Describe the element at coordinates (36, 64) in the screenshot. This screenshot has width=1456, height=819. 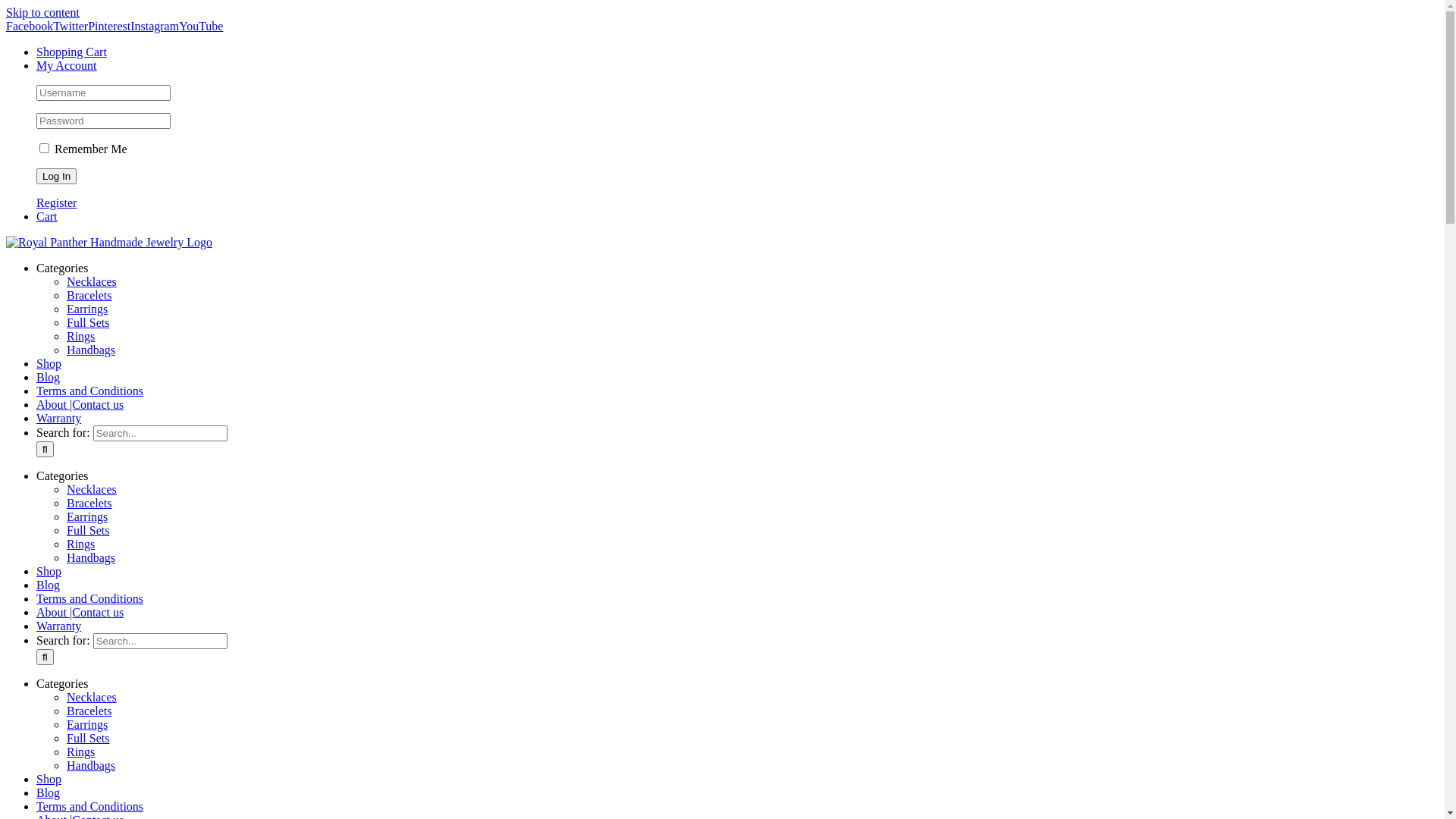
I see `'My Account'` at that location.